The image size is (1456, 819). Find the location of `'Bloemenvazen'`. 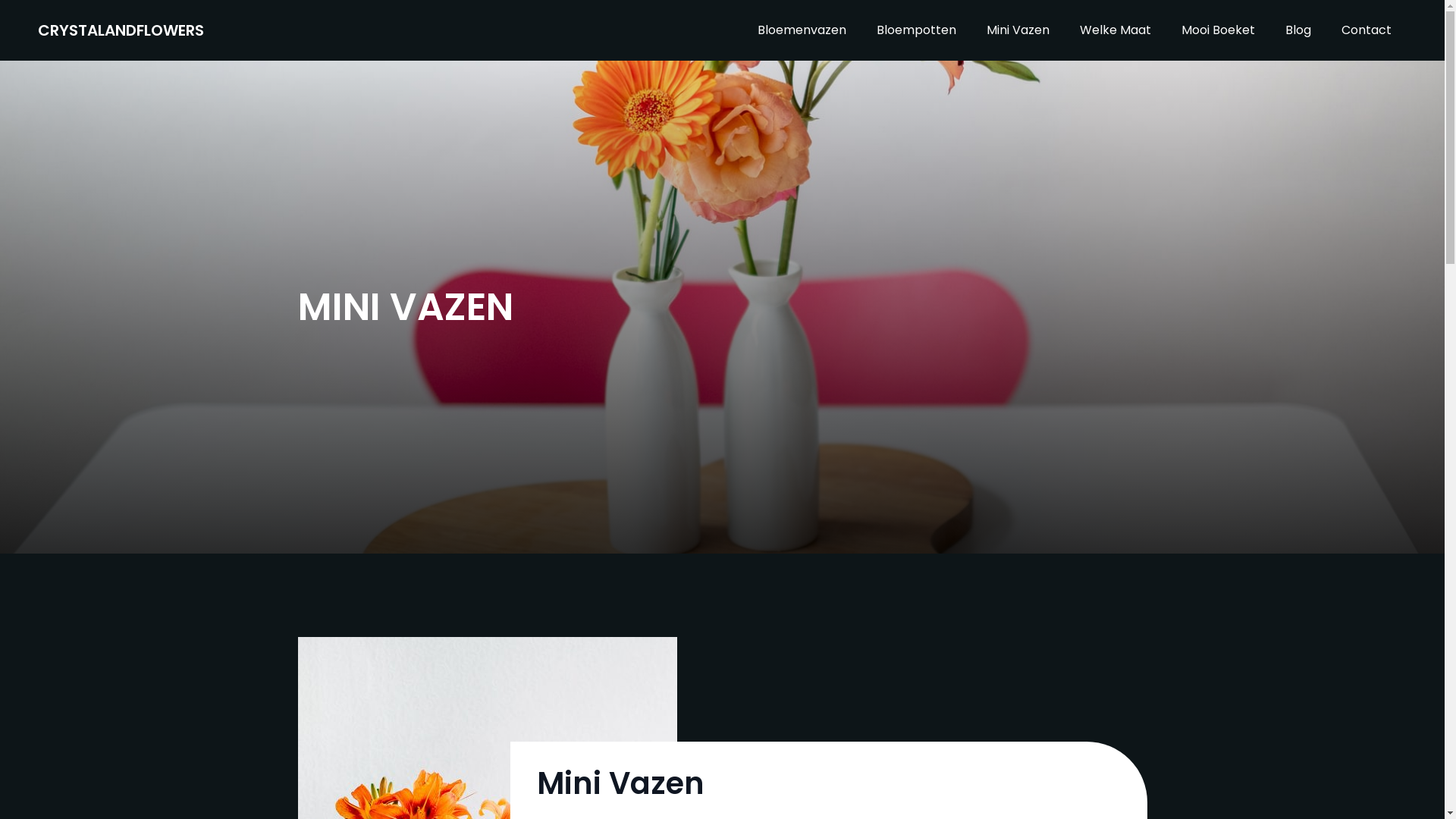

'Bloemenvazen' is located at coordinates (742, 30).